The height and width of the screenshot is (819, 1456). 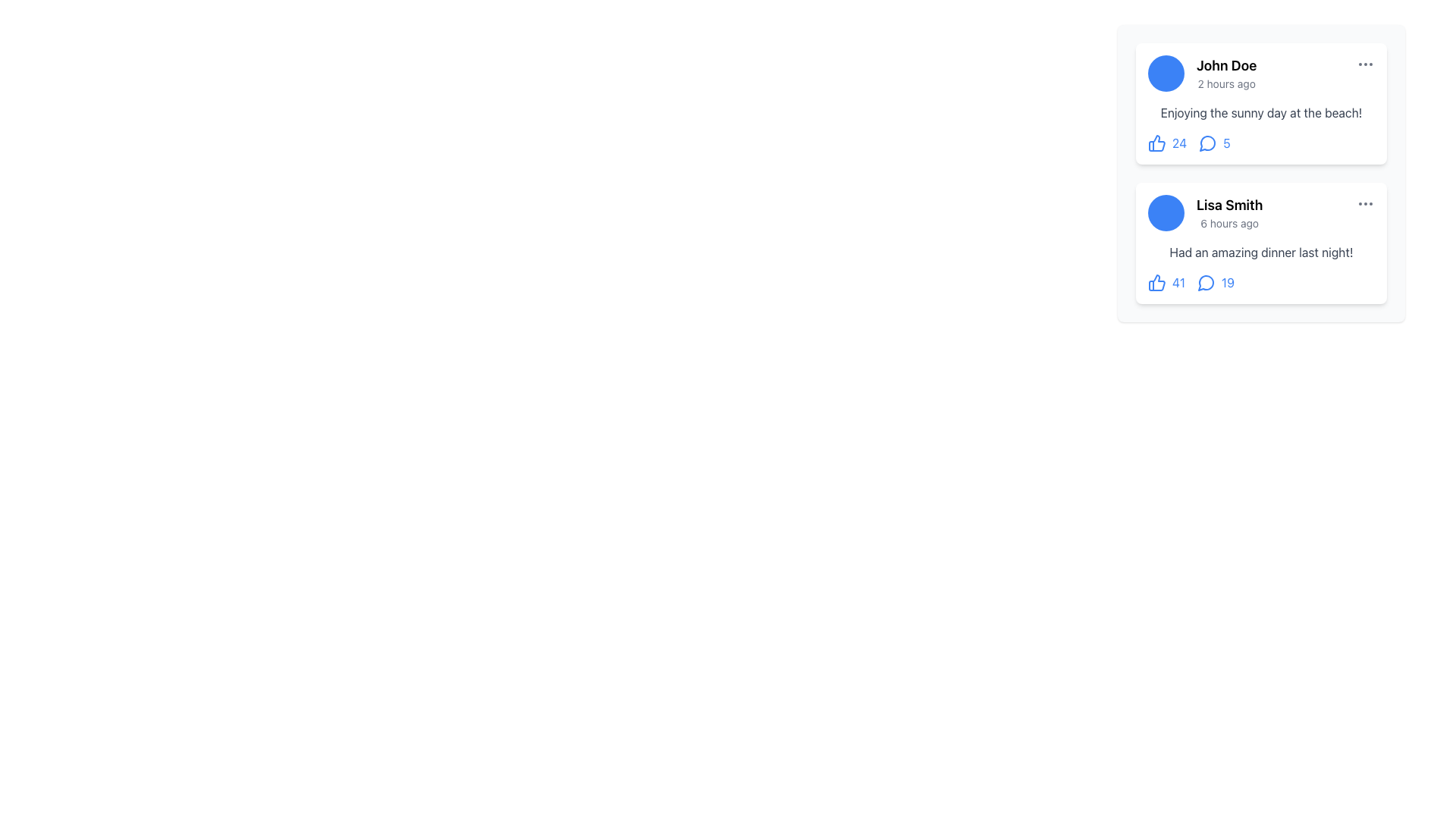 What do you see at coordinates (1207, 143) in the screenshot?
I see `the speech bubble icon button with a blue outline, located to the right of the count indicator showing '5'` at bounding box center [1207, 143].